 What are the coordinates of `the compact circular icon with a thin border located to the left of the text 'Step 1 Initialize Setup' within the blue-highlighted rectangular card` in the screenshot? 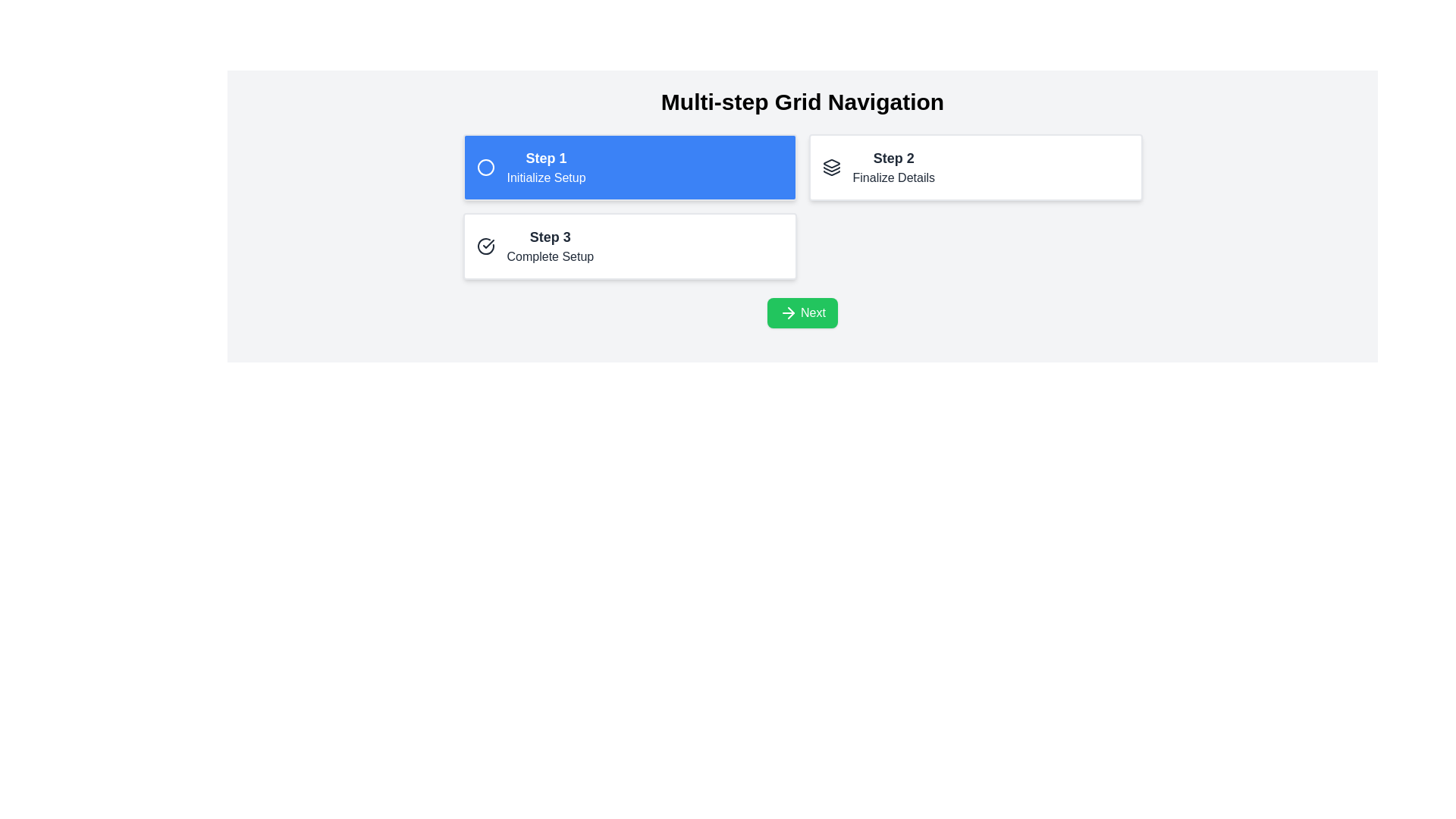 It's located at (485, 167).